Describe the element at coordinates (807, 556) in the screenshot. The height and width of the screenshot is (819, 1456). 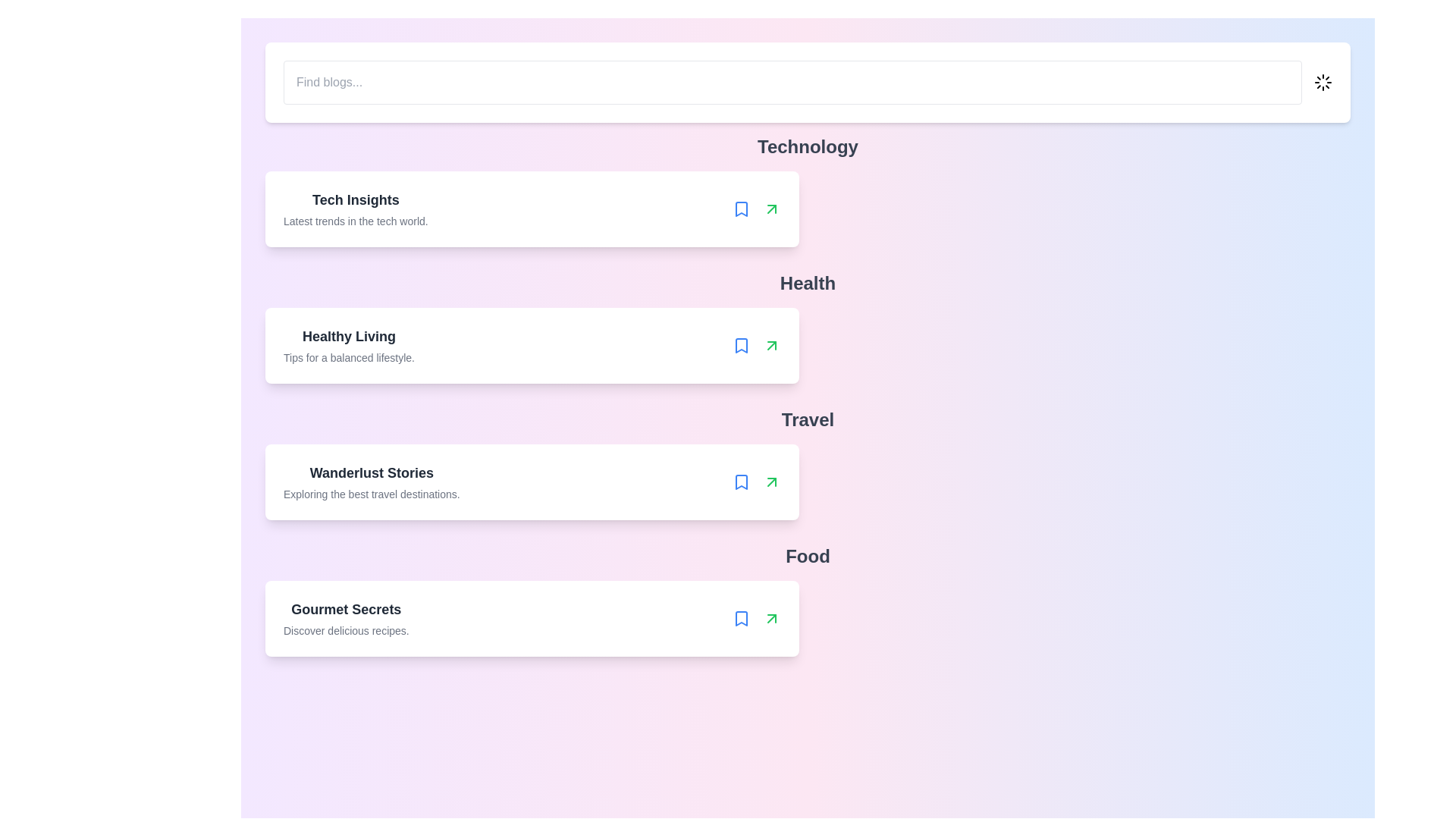
I see `the 'Food' text element which is bold and large, located near the bottom of a section list, right above the 'Gourmet Secrets' subheading` at that location.